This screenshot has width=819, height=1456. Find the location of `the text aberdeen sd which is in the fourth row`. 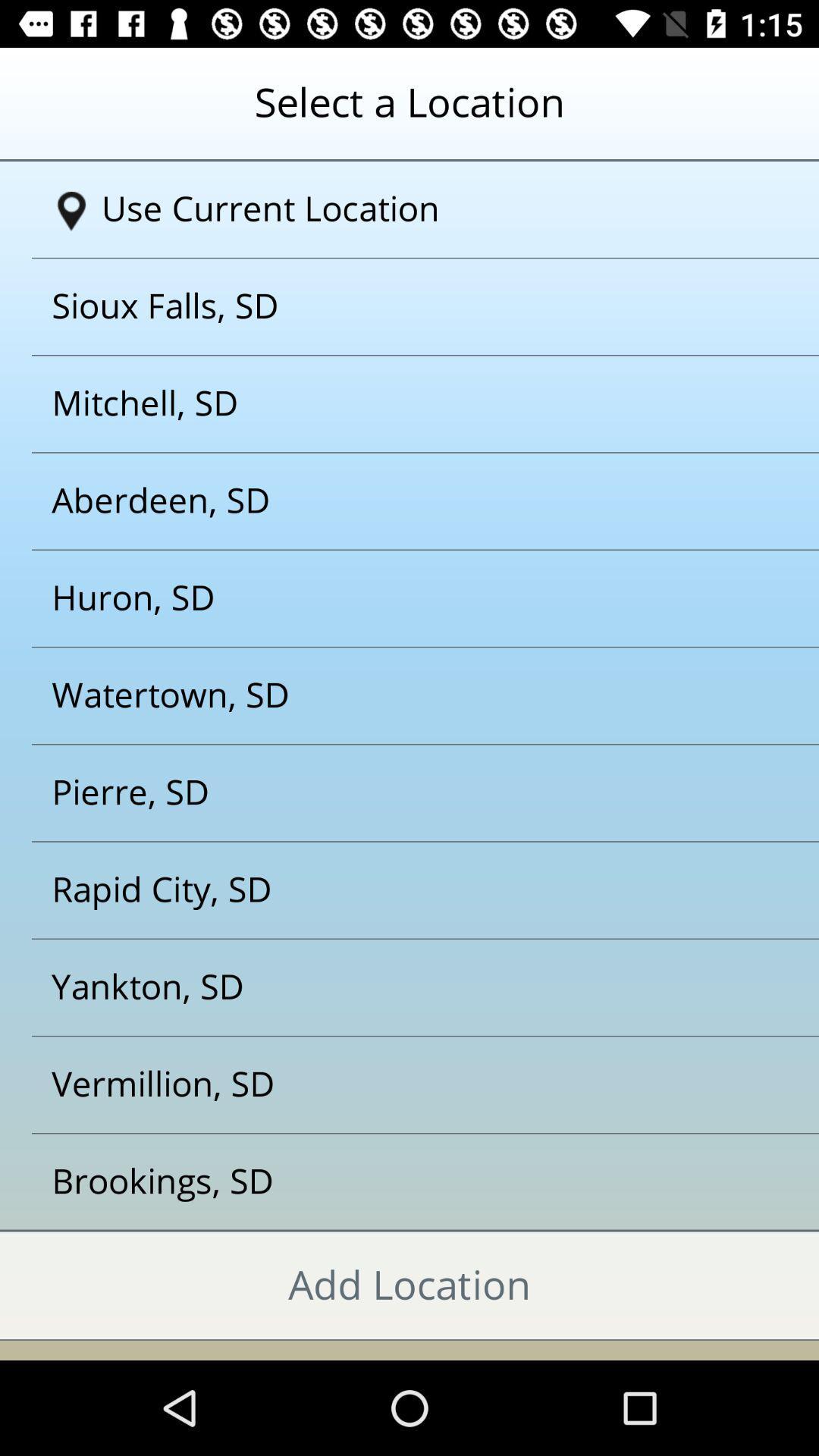

the text aberdeen sd which is in the fourth row is located at coordinates (390, 501).